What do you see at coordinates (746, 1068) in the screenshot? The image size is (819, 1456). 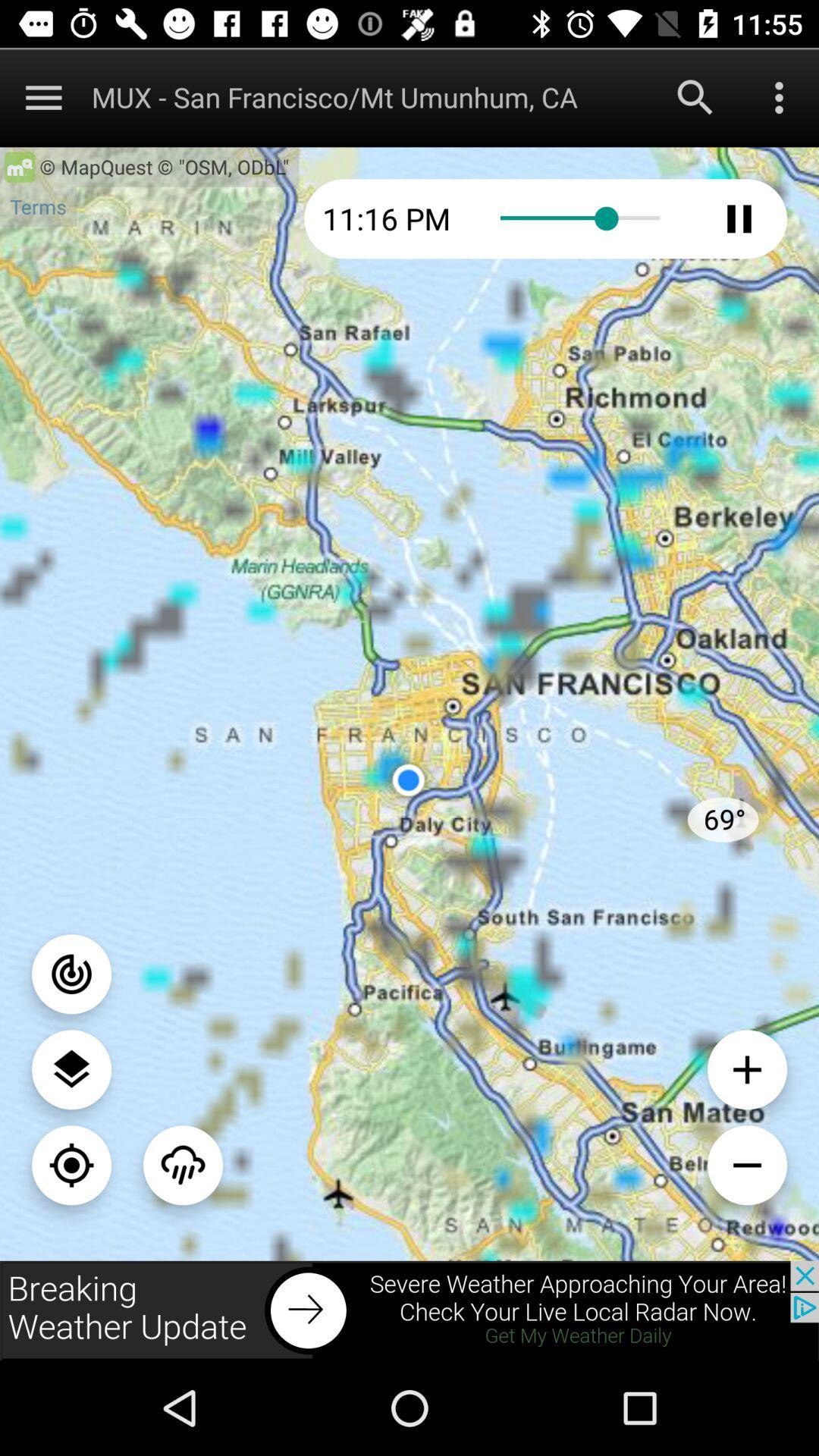 I see `zoom the image` at bounding box center [746, 1068].